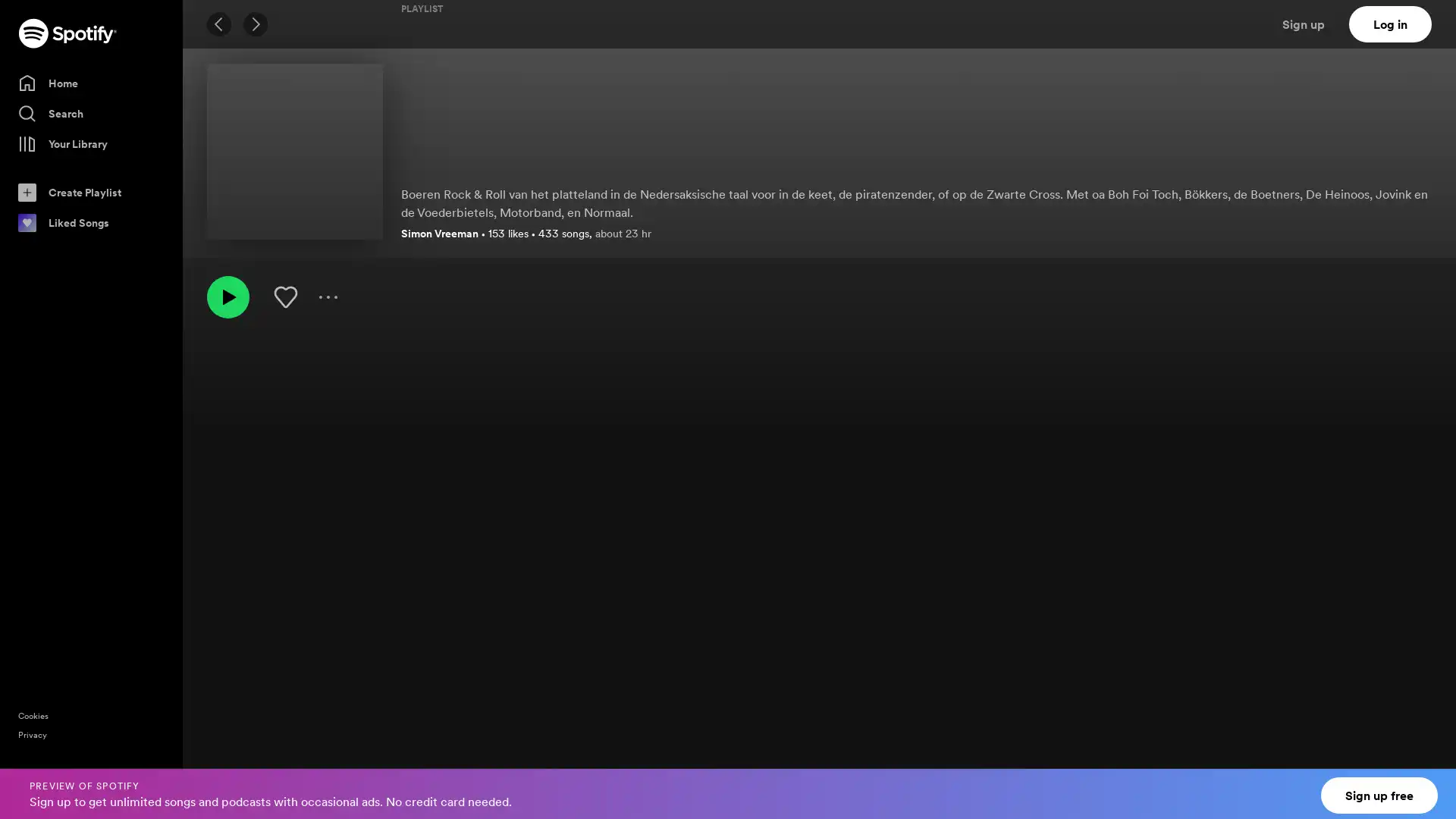 This screenshot has height=819, width=1456. What do you see at coordinates (1390, 24) in the screenshot?
I see `Log in` at bounding box center [1390, 24].